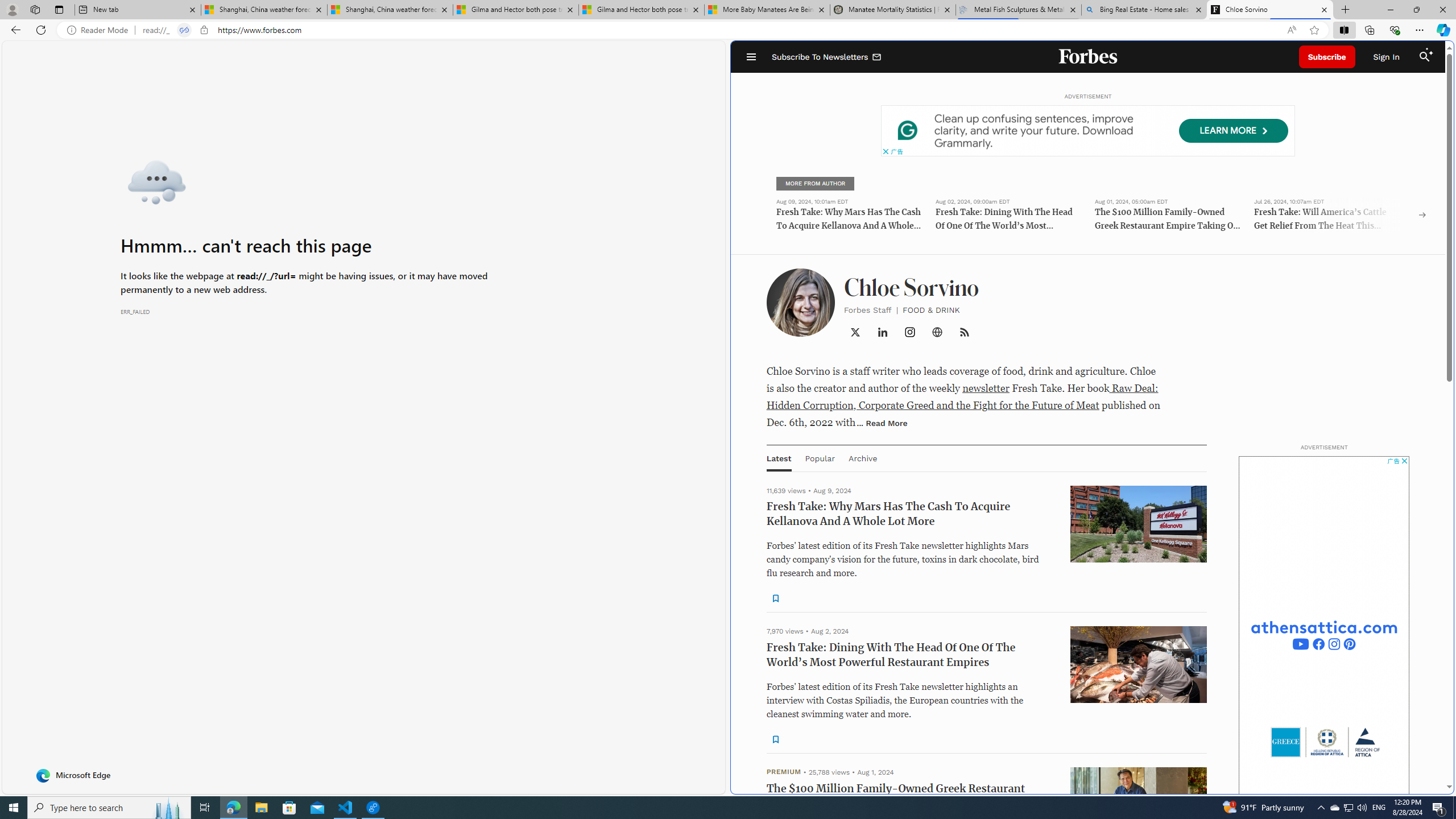 This screenshot has width=1456, height=819. Describe the element at coordinates (876, 57) in the screenshot. I see `'Class: envelope_svg__fs-icon envelope_svg__fs-icon--envelope'` at that location.